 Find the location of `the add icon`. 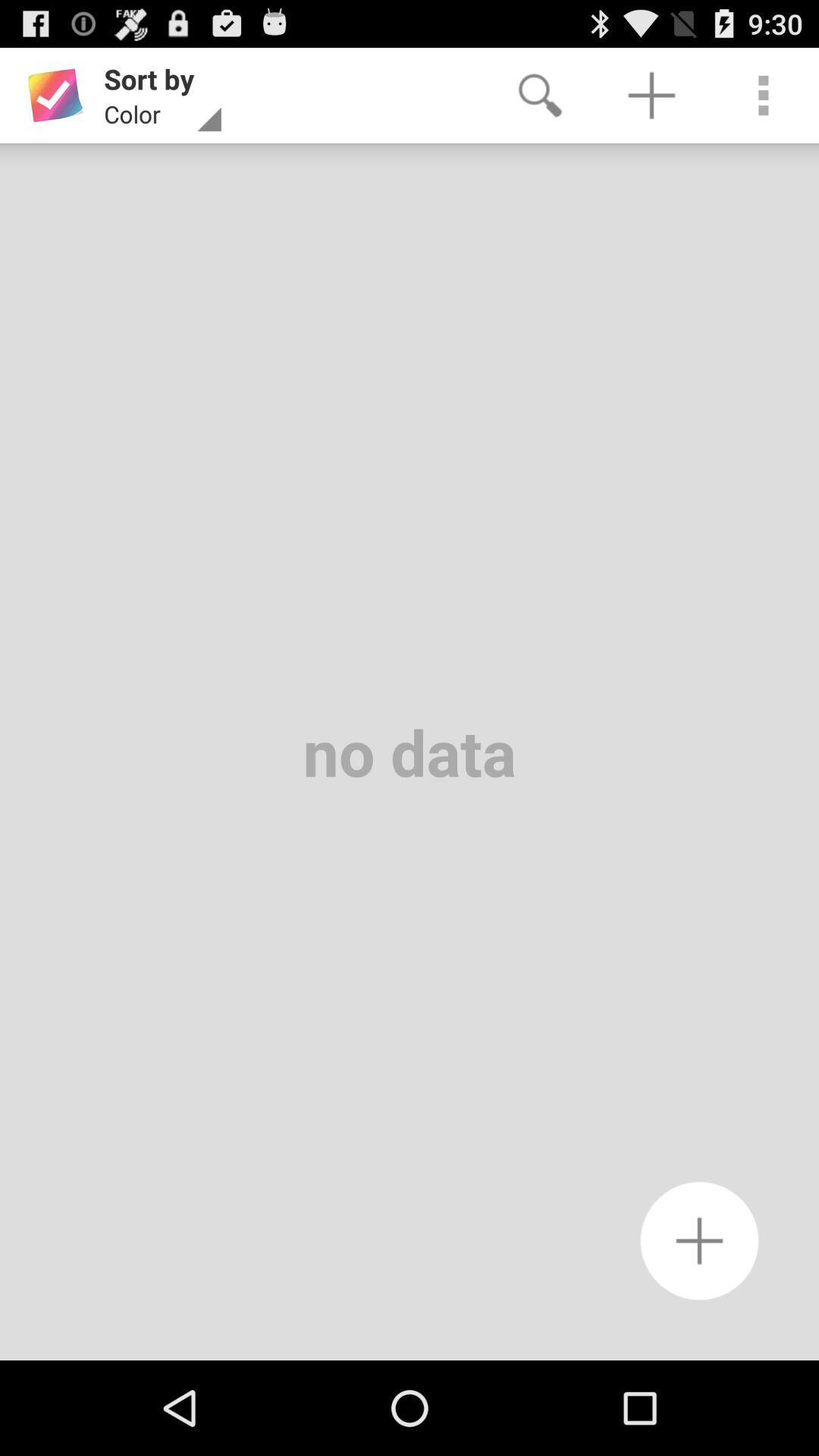

the add icon is located at coordinates (699, 1327).